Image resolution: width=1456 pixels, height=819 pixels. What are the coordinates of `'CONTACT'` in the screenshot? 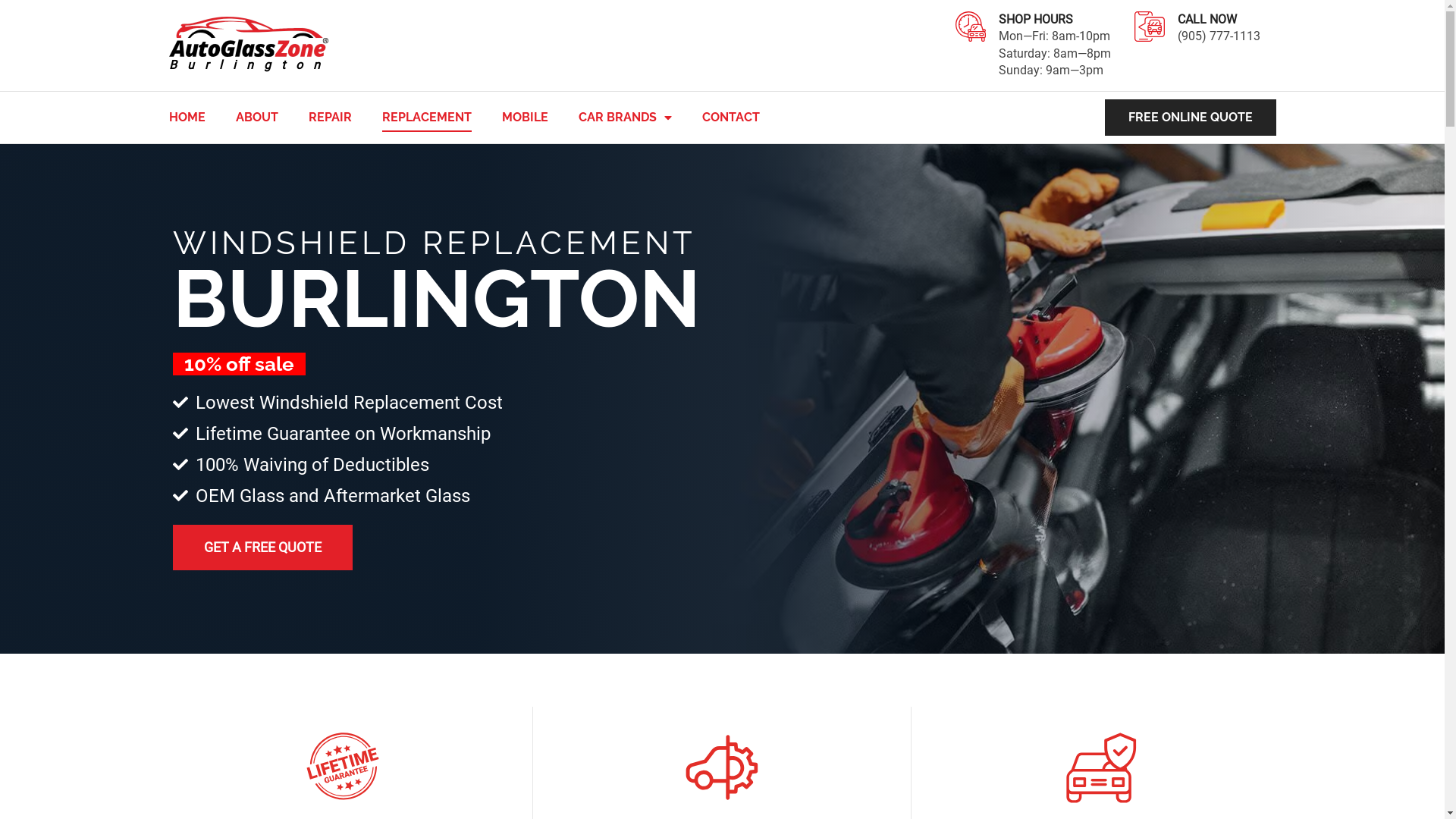 It's located at (731, 116).